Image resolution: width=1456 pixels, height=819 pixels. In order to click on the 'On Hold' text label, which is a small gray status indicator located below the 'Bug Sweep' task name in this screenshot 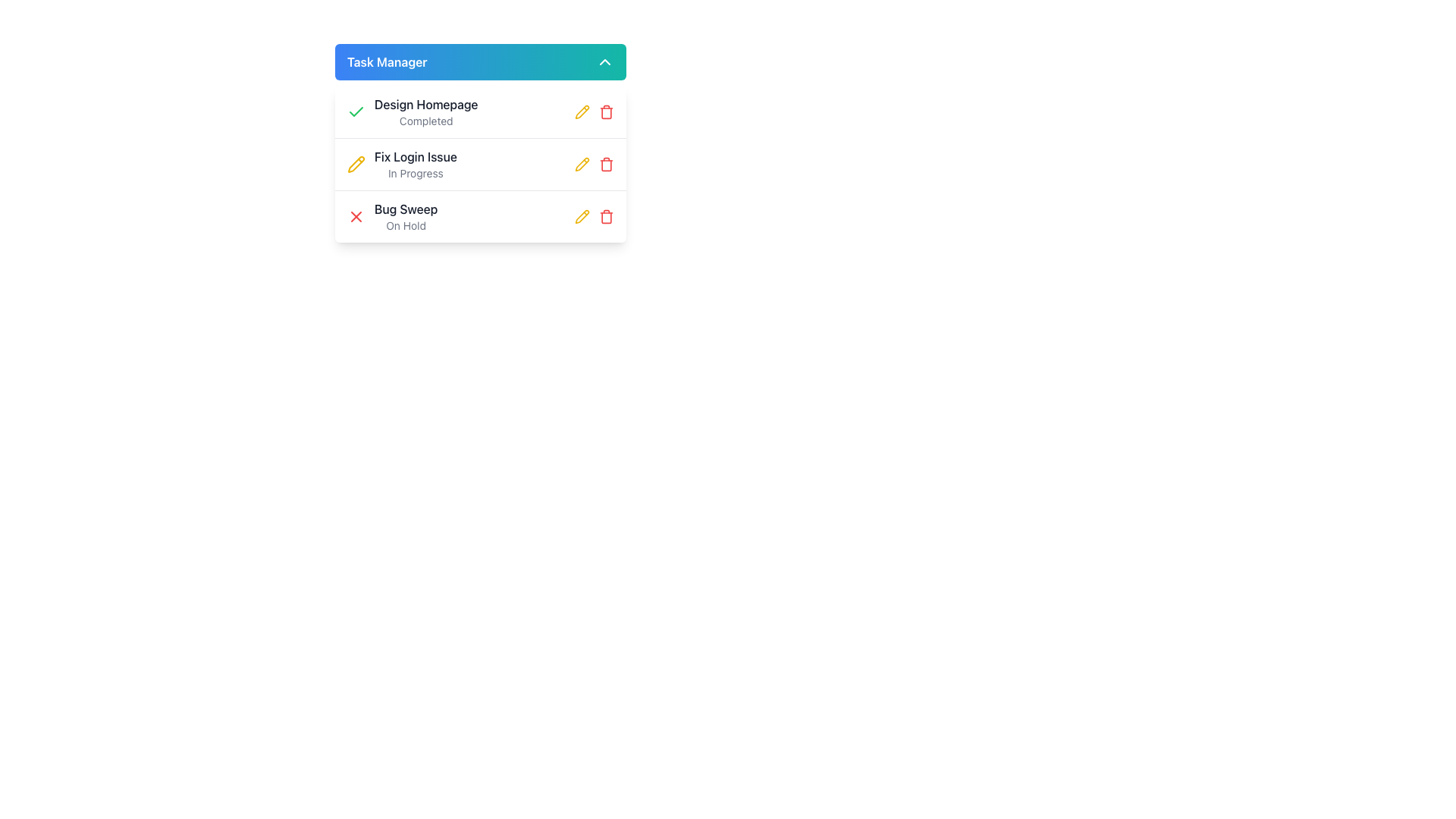, I will do `click(406, 225)`.